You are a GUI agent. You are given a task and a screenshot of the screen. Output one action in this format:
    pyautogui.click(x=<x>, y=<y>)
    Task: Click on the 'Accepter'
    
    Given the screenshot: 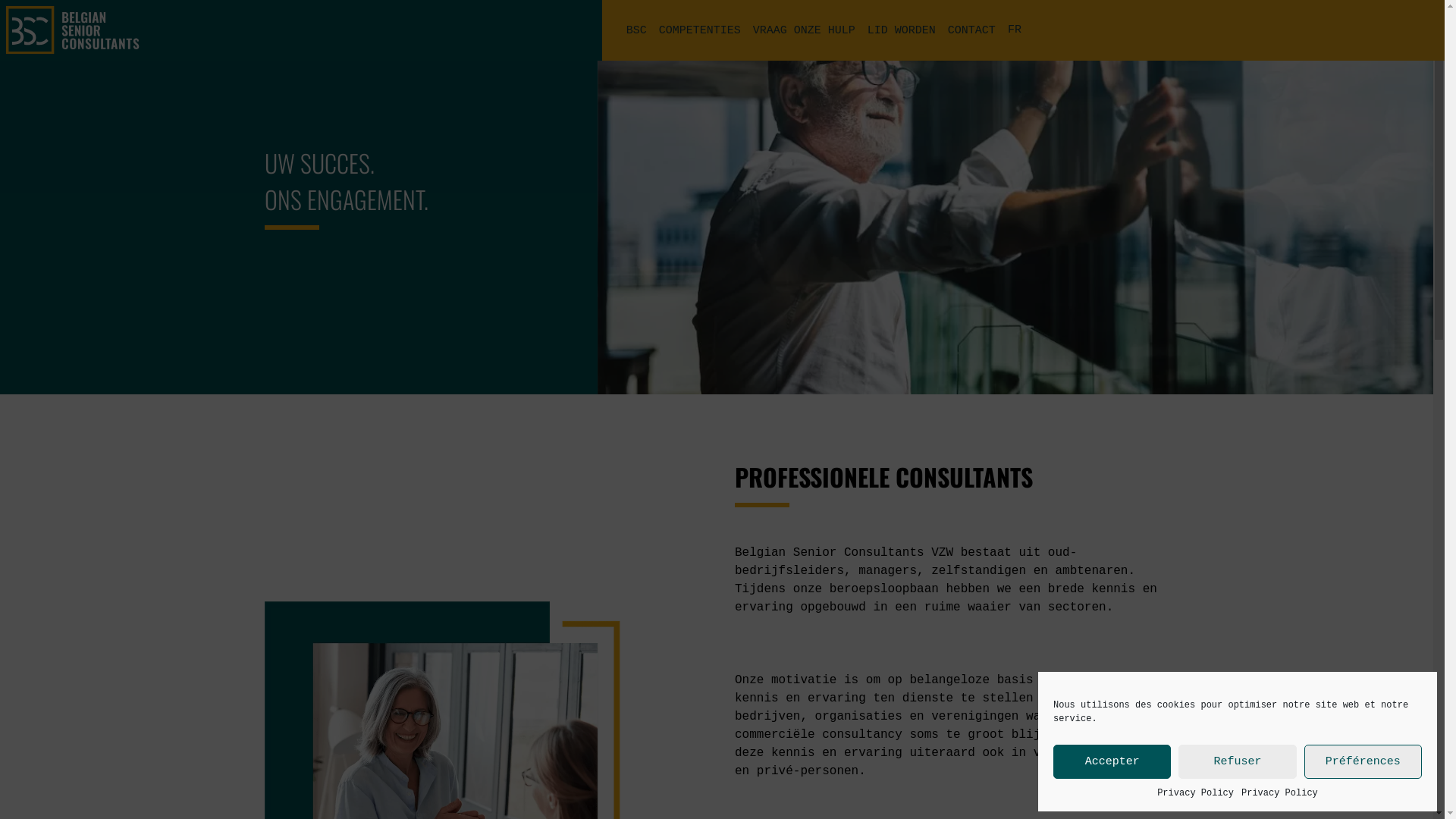 What is the action you would take?
    pyautogui.click(x=1112, y=761)
    